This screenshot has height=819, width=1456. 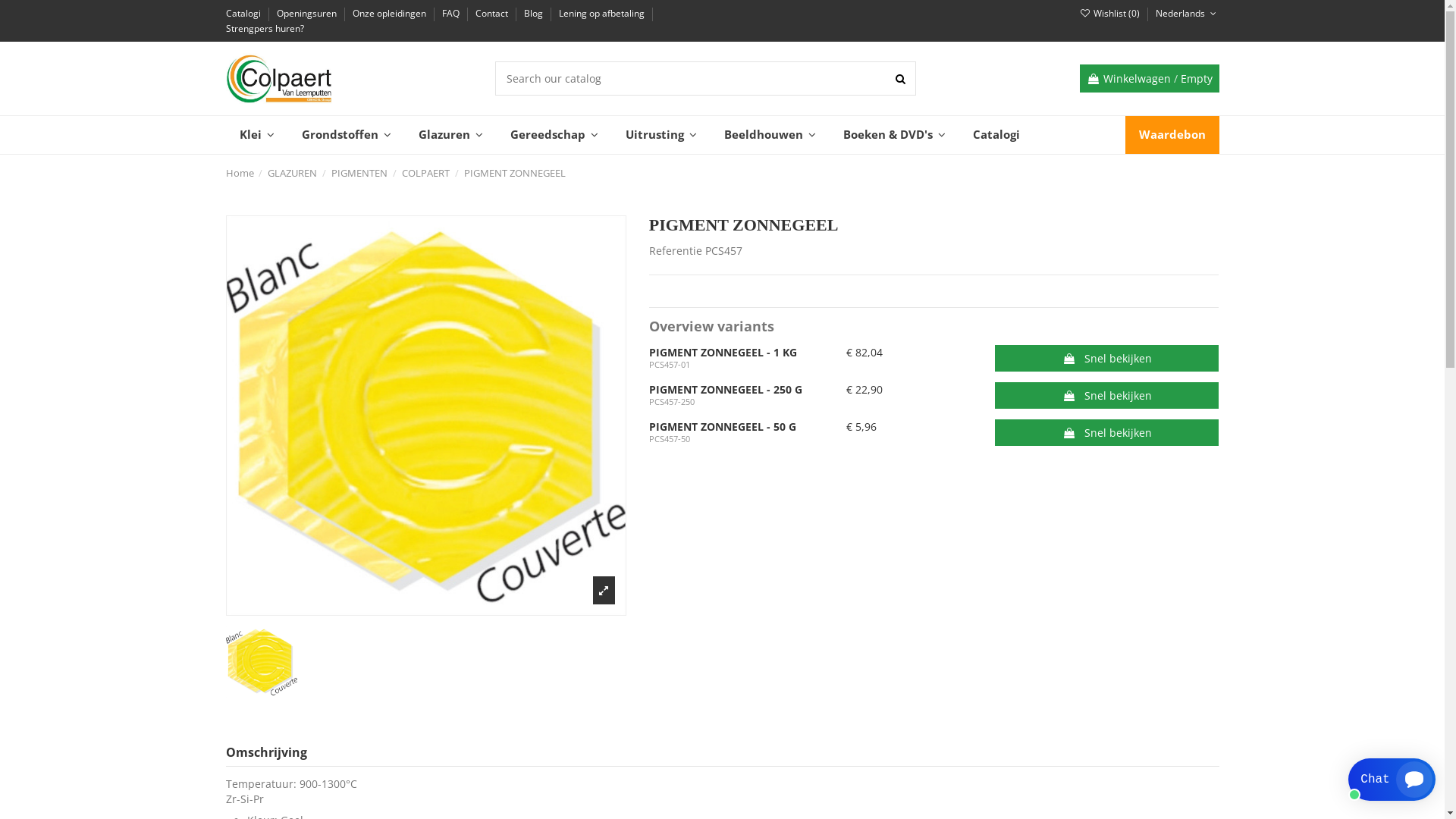 What do you see at coordinates (1186, 13) in the screenshot?
I see `'Nederlands'` at bounding box center [1186, 13].